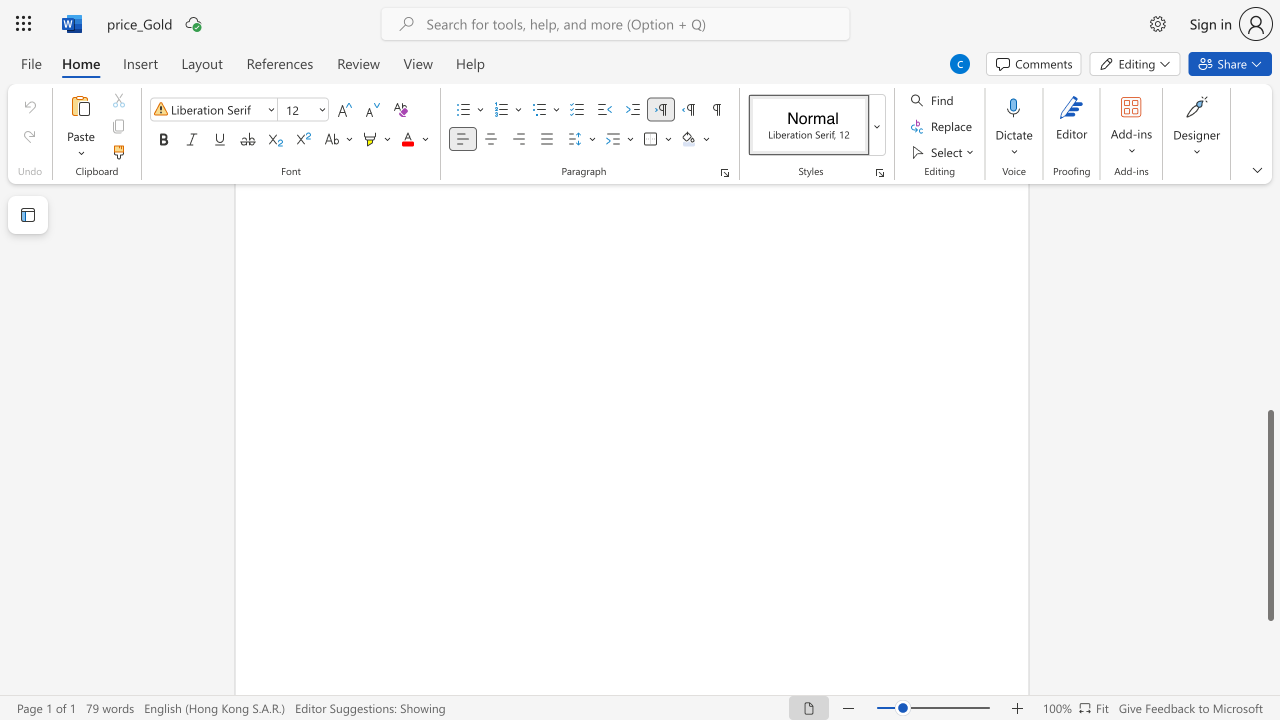 The image size is (1280, 720). Describe the element at coordinates (1269, 280) in the screenshot. I see `the vertical scrollbar to raise the page content` at that location.